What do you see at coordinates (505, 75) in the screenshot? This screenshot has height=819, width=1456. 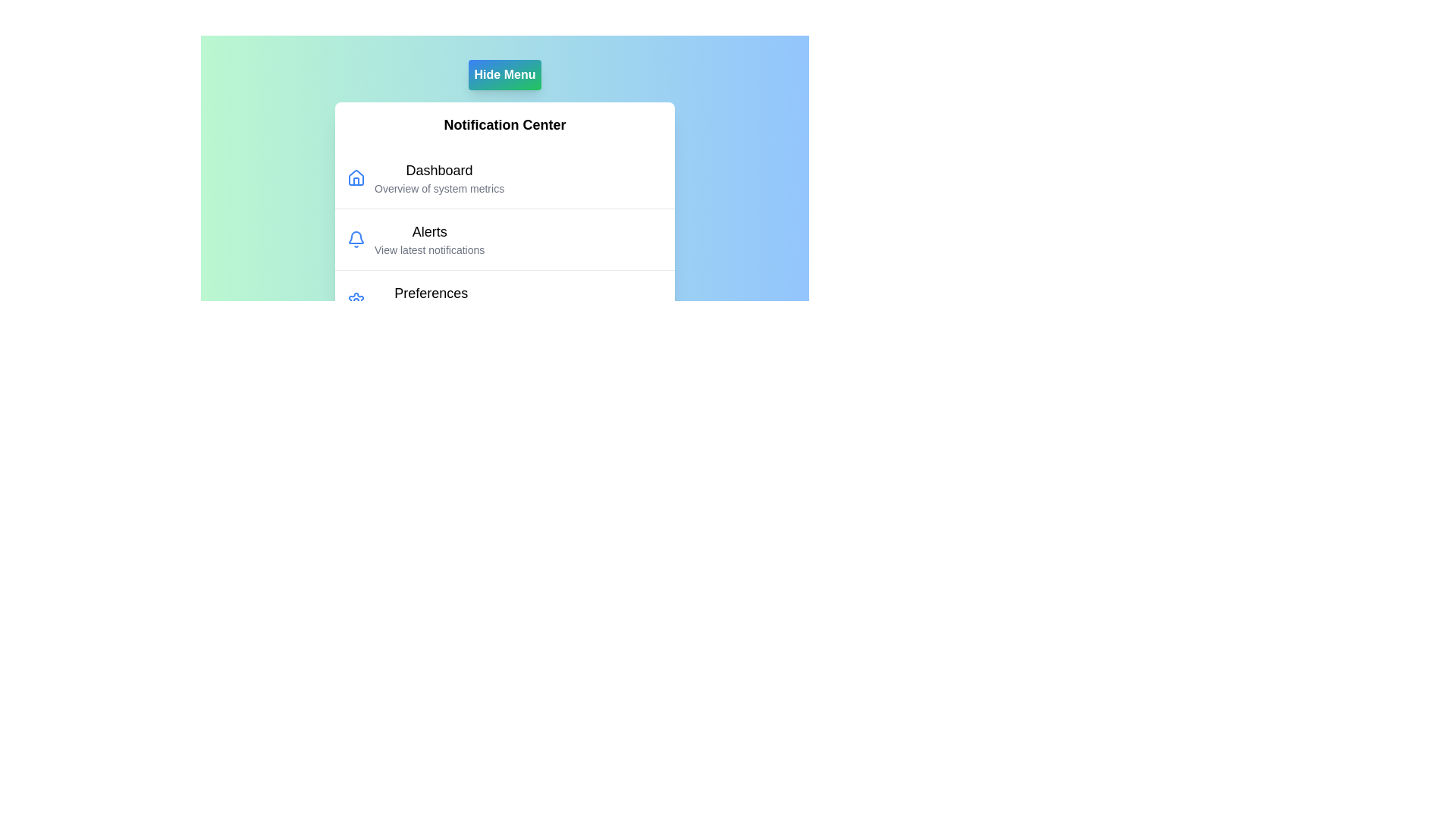 I see `the 'Hide Menu' button to toggle the menu visibility` at bounding box center [505, 75].